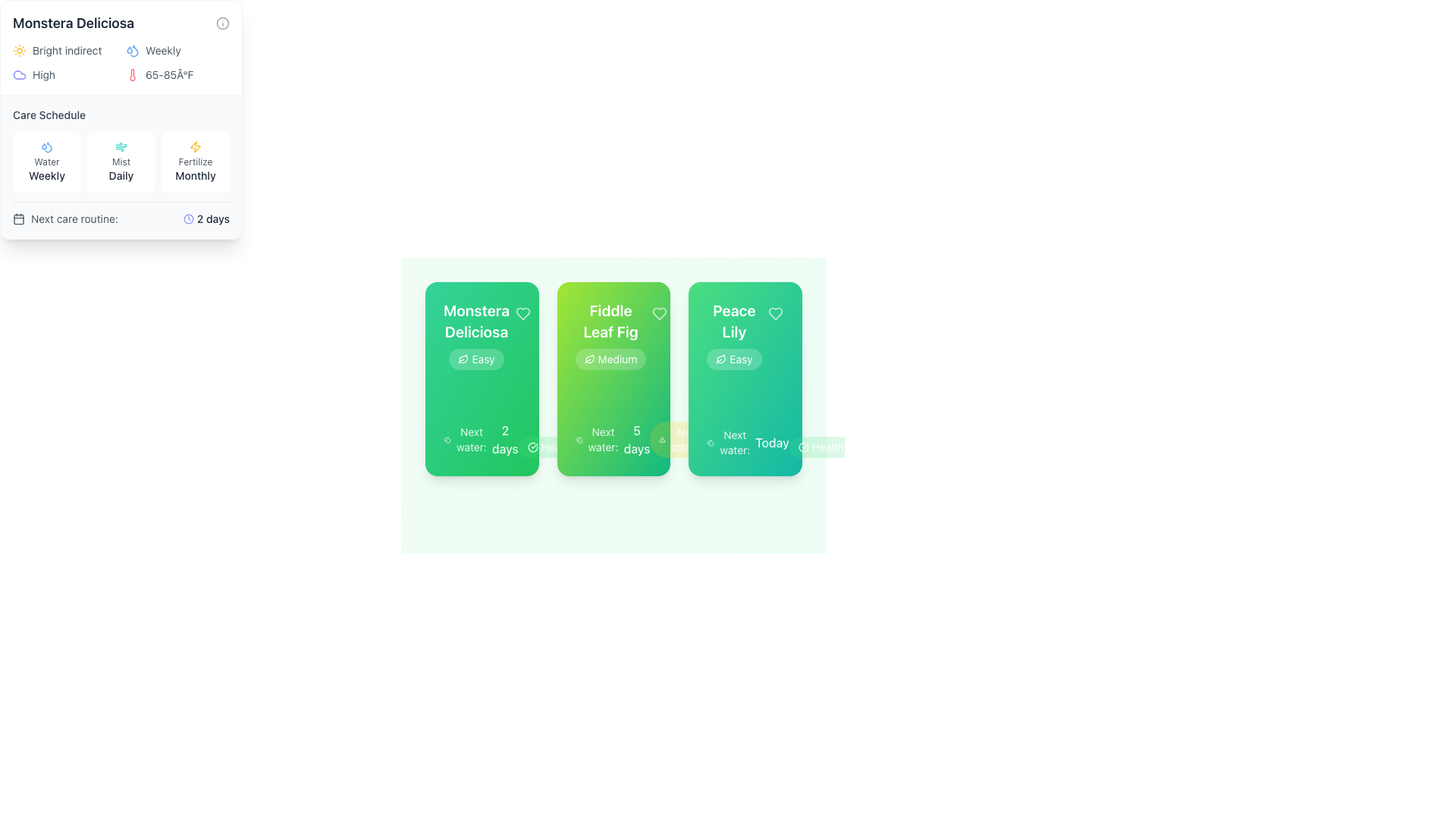  Describe the element at coordinates (475, 359) in the screenshot. I see `the content of the 'Easy' care label for the 'Monstera Deliciosa' plant, located in the bottom left portion of the card, below the title and above the watering schedule details` at that location.